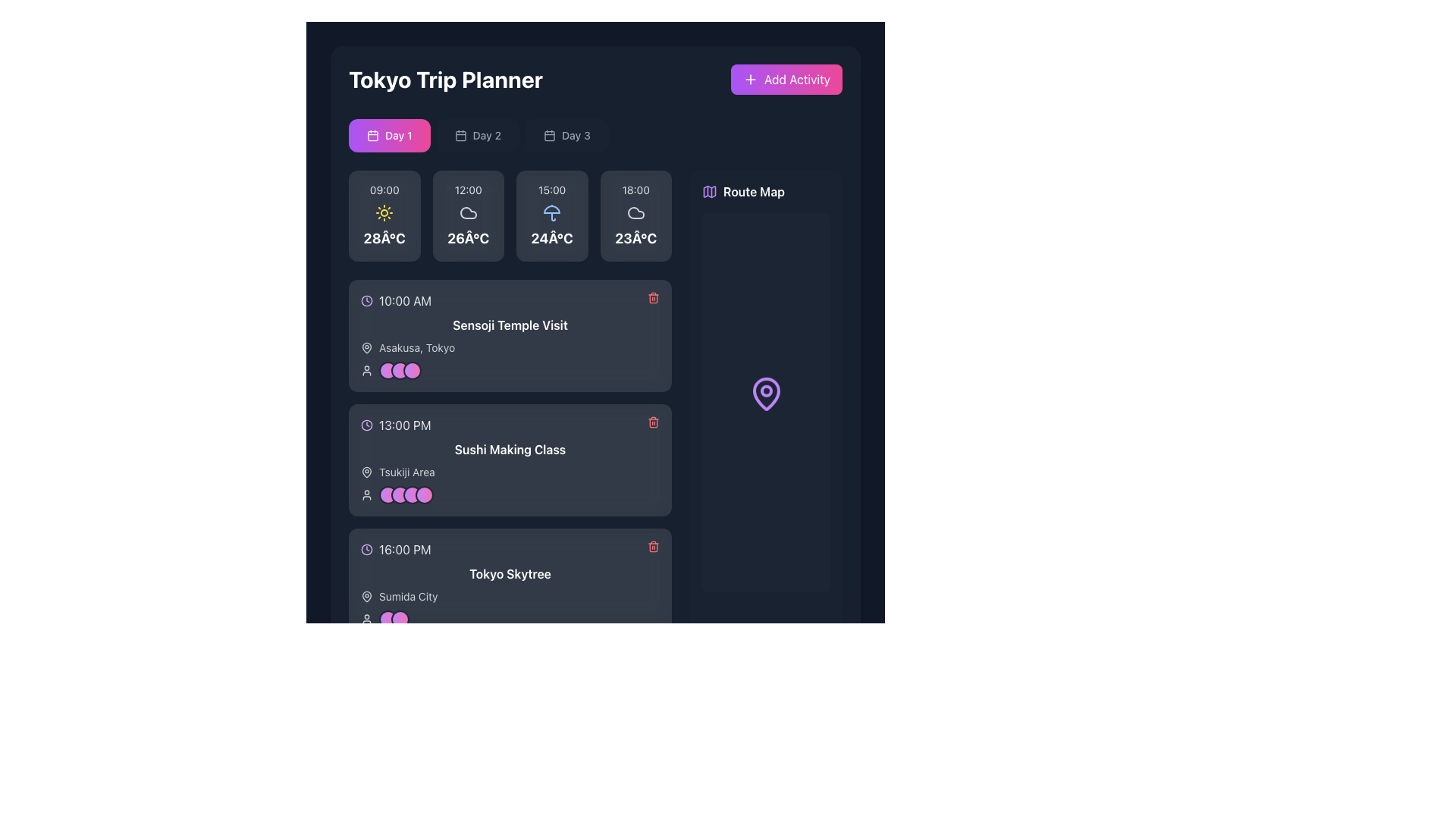 The height and width of the screenshot is (819, 1456). I want to click on the delete button located on the far right side of the row displaying '10:00 AM' to observe visual feedback, so click(654, 298).